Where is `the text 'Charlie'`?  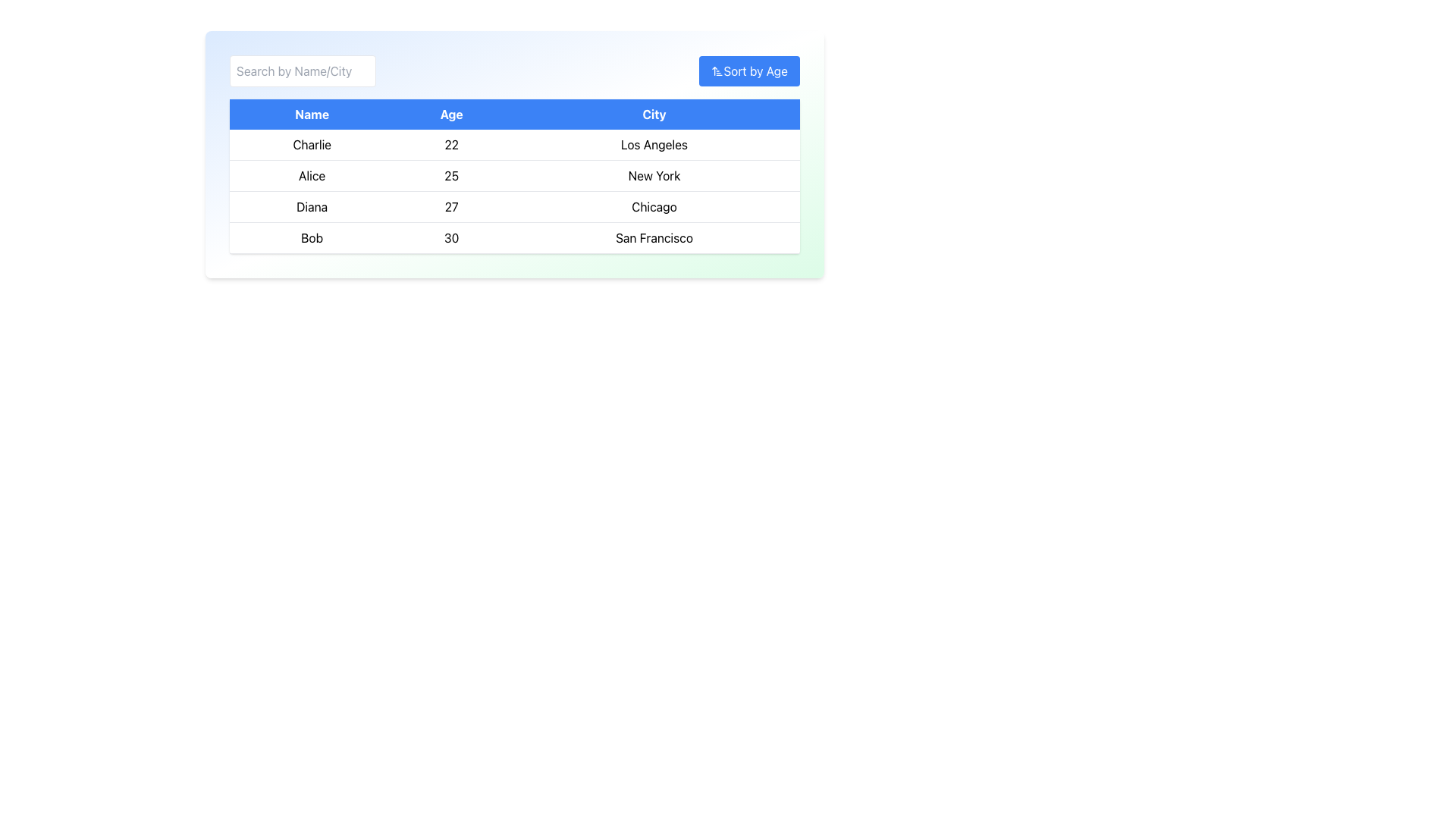
the text 'Charlie' is located at coordinates (311, 145).